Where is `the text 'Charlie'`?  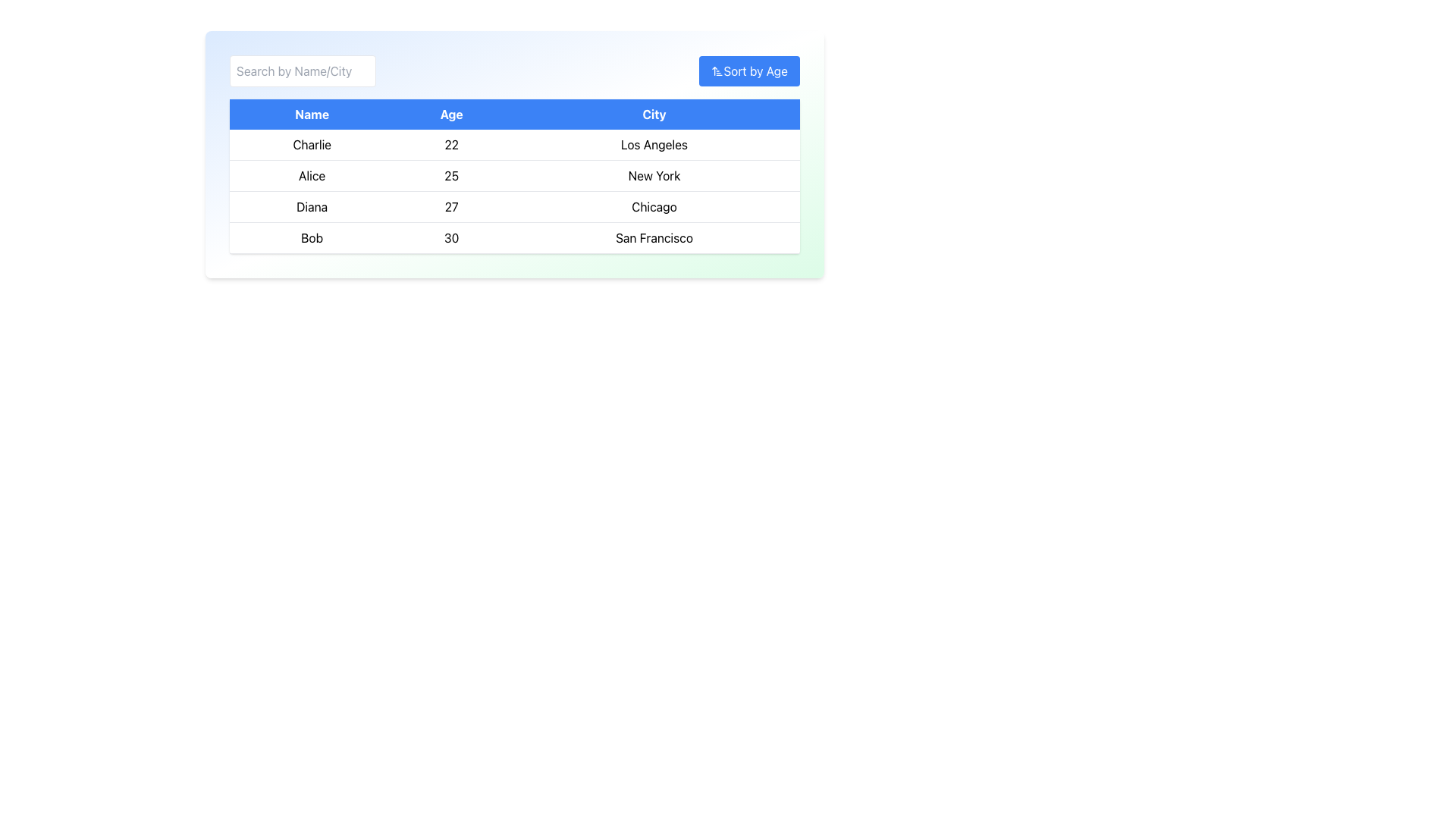
the text 'Charlie' is located at coordinates (311, 145).